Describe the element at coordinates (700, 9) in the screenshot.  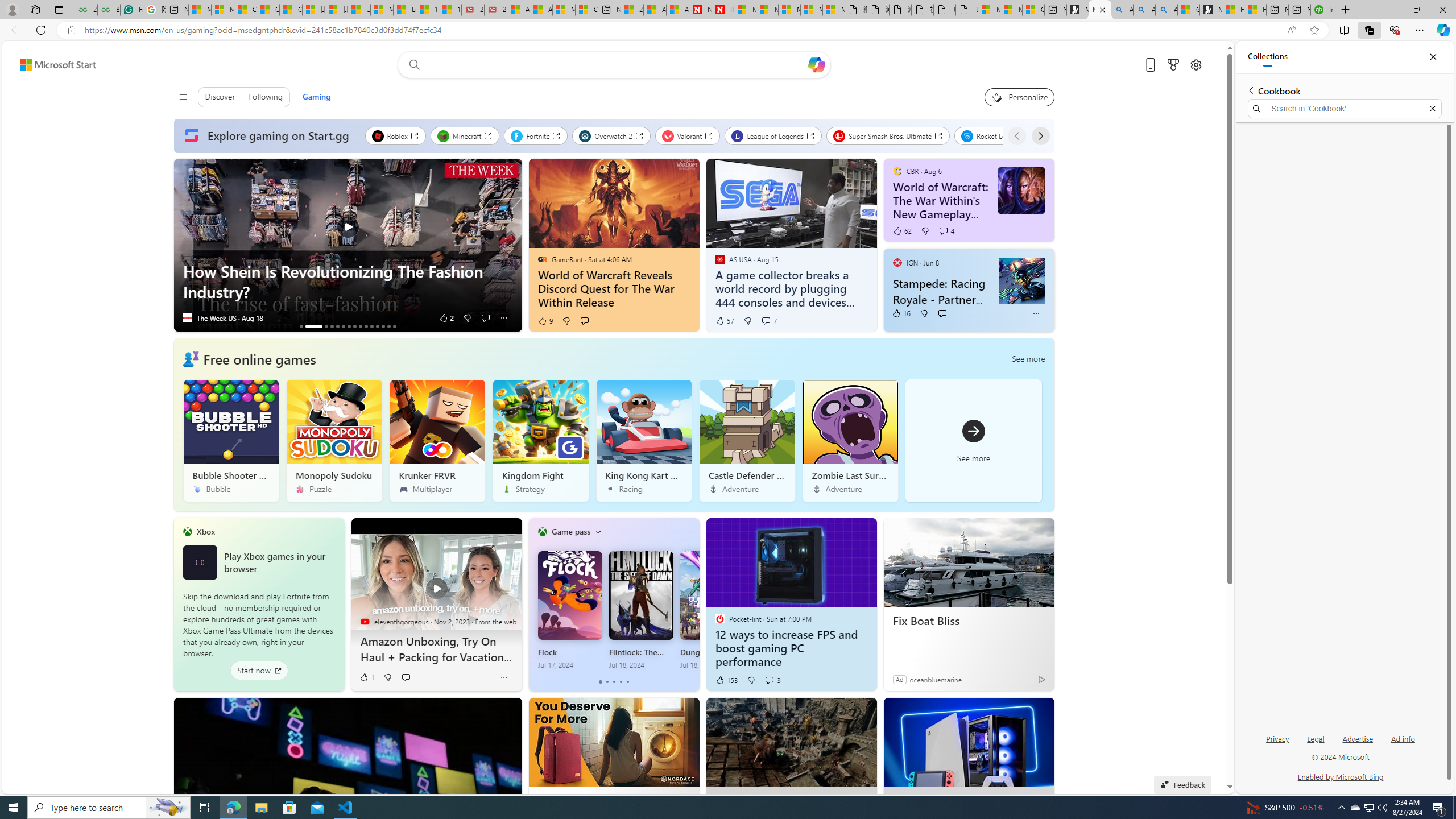
I see `'Newsweek - News, Analysis, Politics, Business, Technology'` at that location.